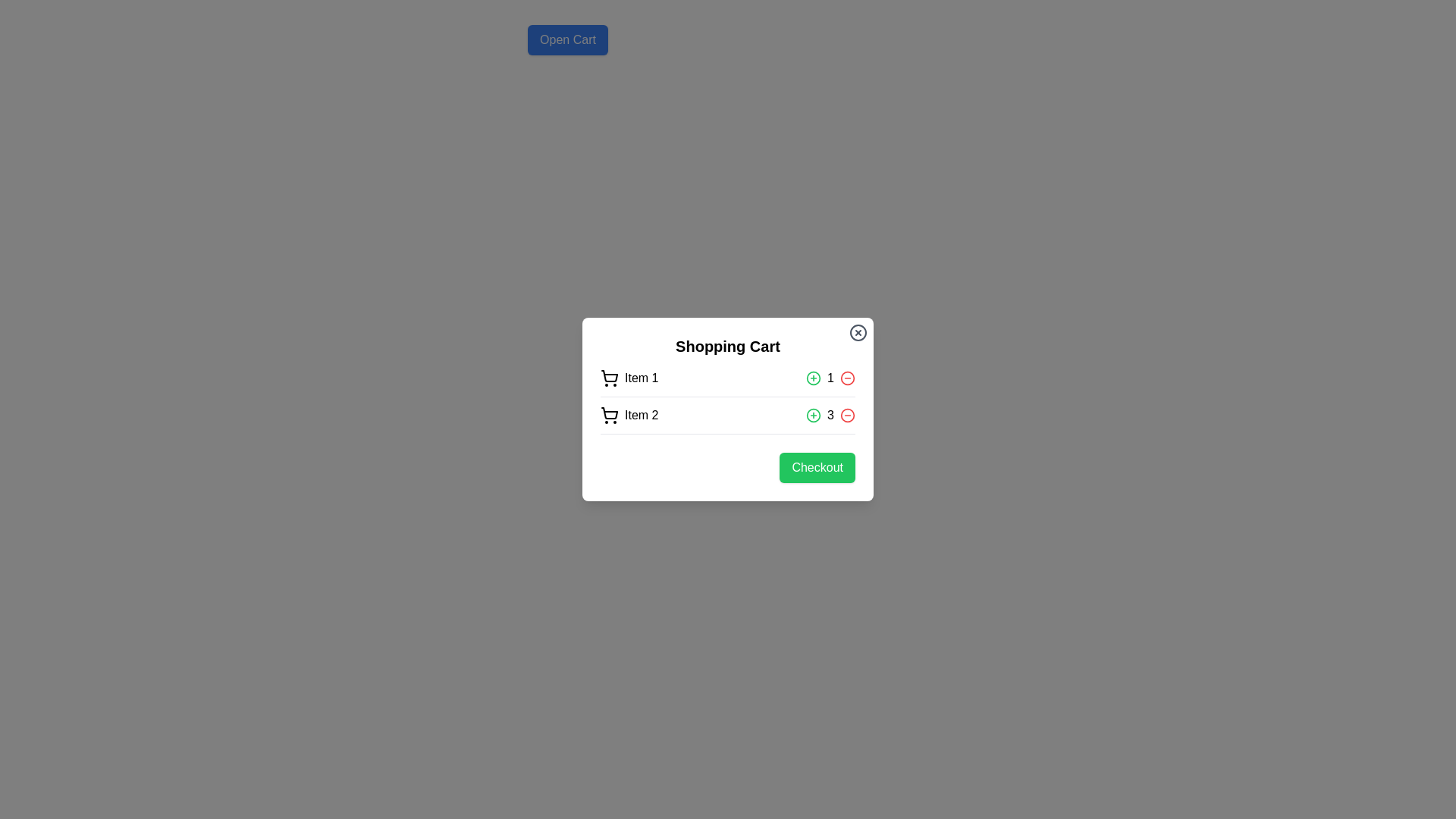  Describe the element at coordinates (847, 377) in the screenshot. I see `the SVG circle element that represents the 'decrease quantity' button for 'Item 1' in the shopping cart interface` at that location.